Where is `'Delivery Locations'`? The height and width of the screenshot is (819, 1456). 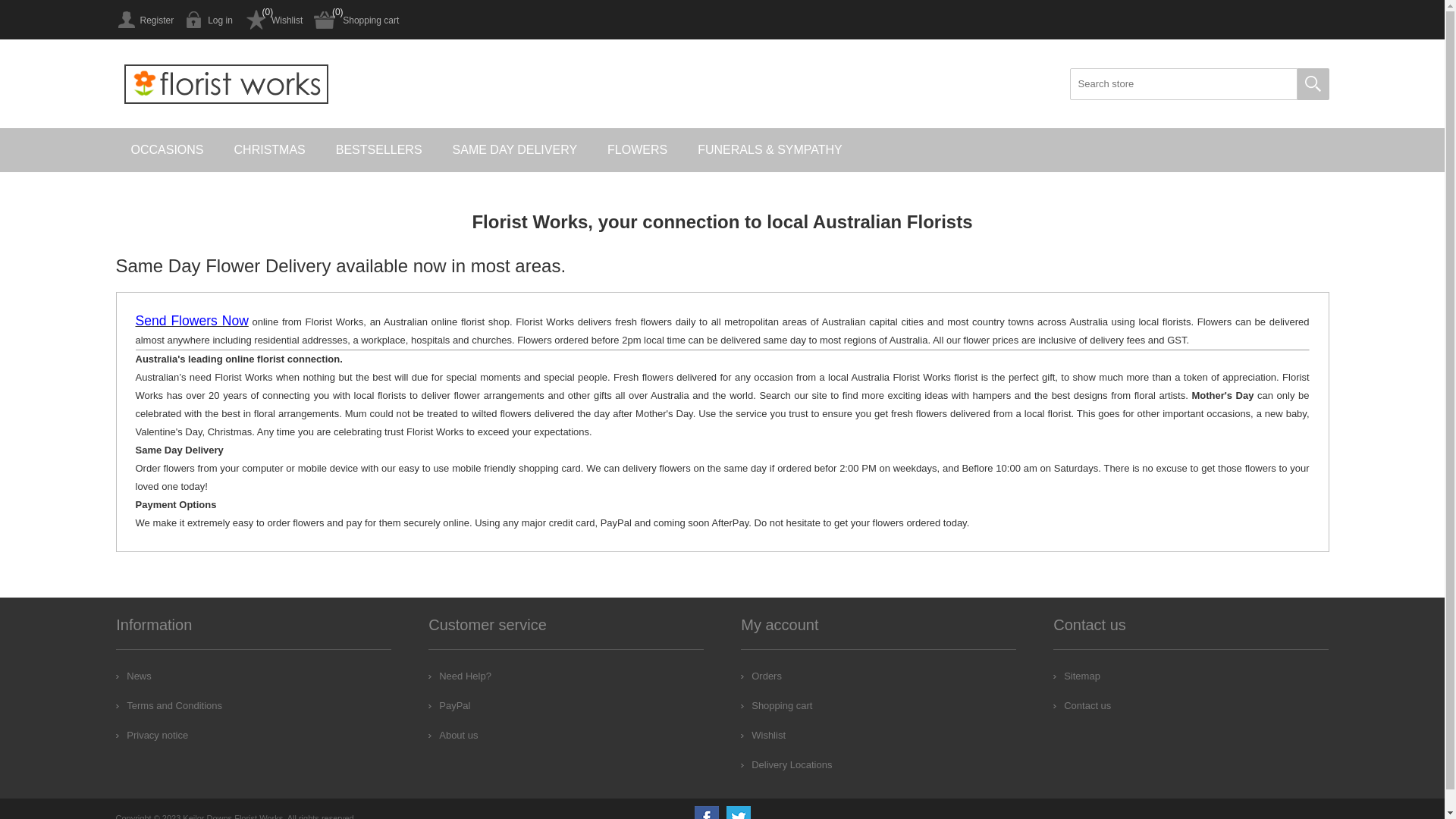 'Delivery Locations' is located at coordinates (786, 764).